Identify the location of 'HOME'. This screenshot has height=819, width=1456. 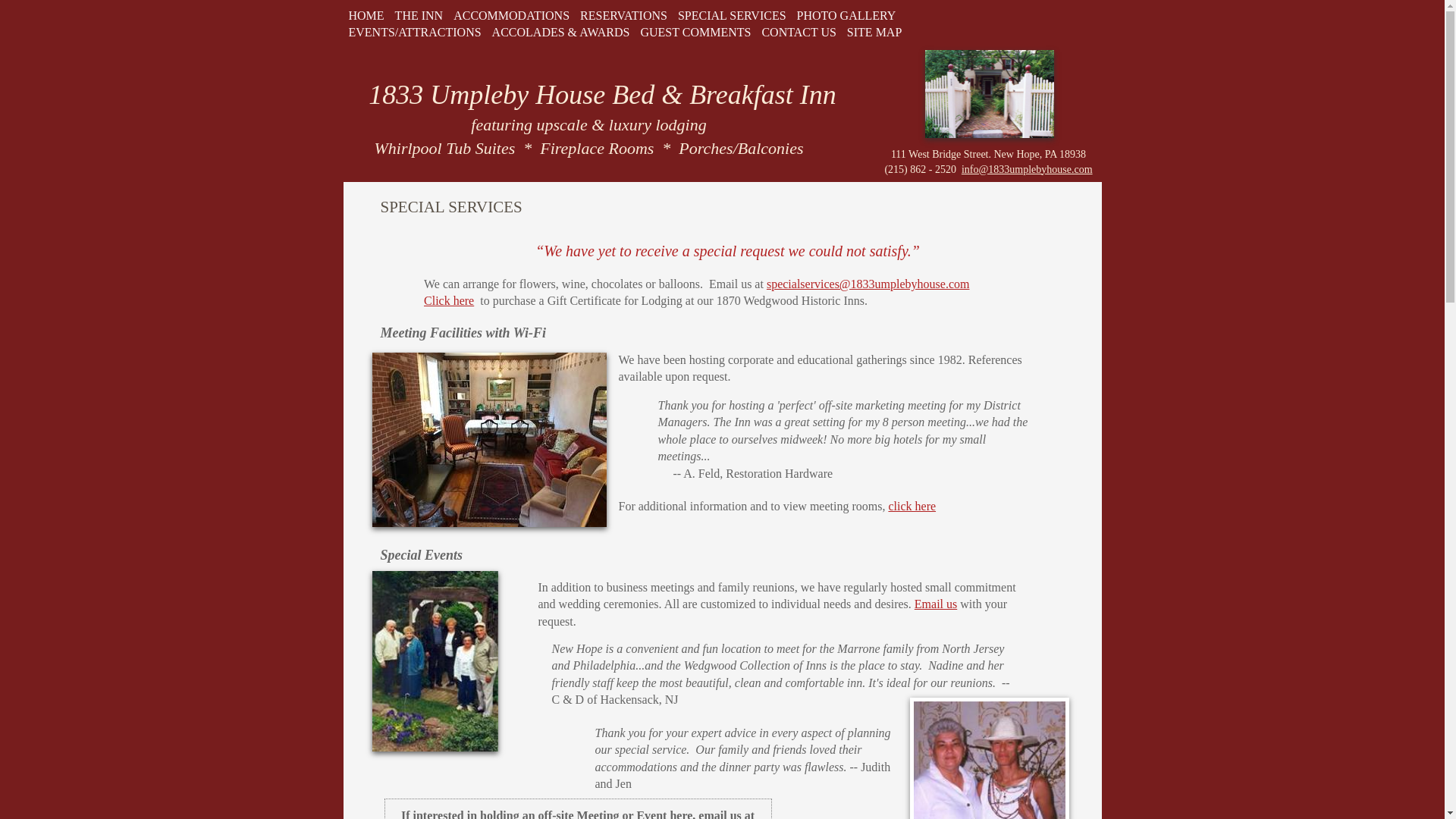
(366, 15).